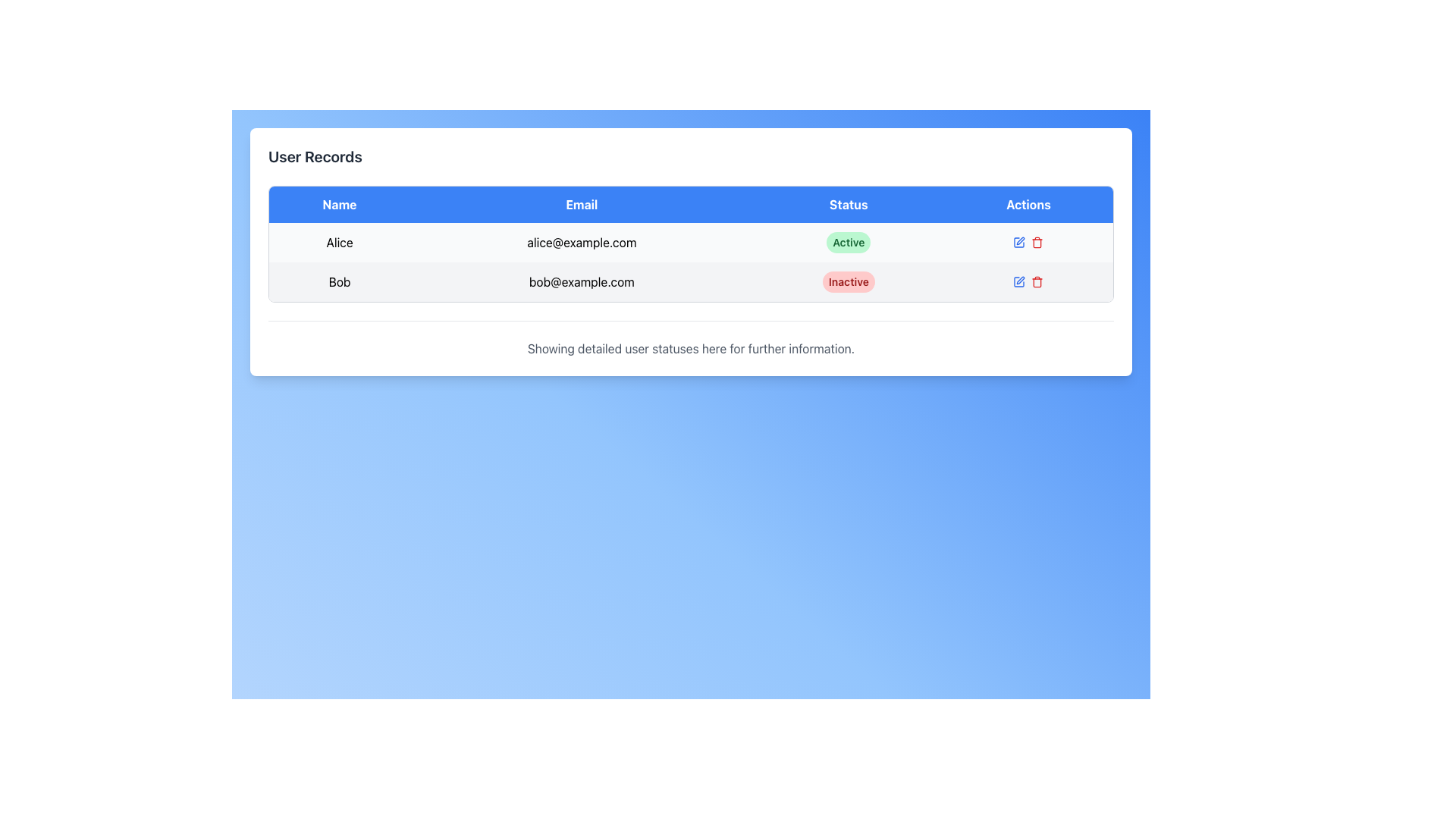 Image resolution: width=1456 pixels, height=819 pixels. Describe the element at coordinates (1028, 281) in the screenshot. I see `the second icon in the 'Actions' column below the 'Inactive' status label for user 'Bob'` at that location.